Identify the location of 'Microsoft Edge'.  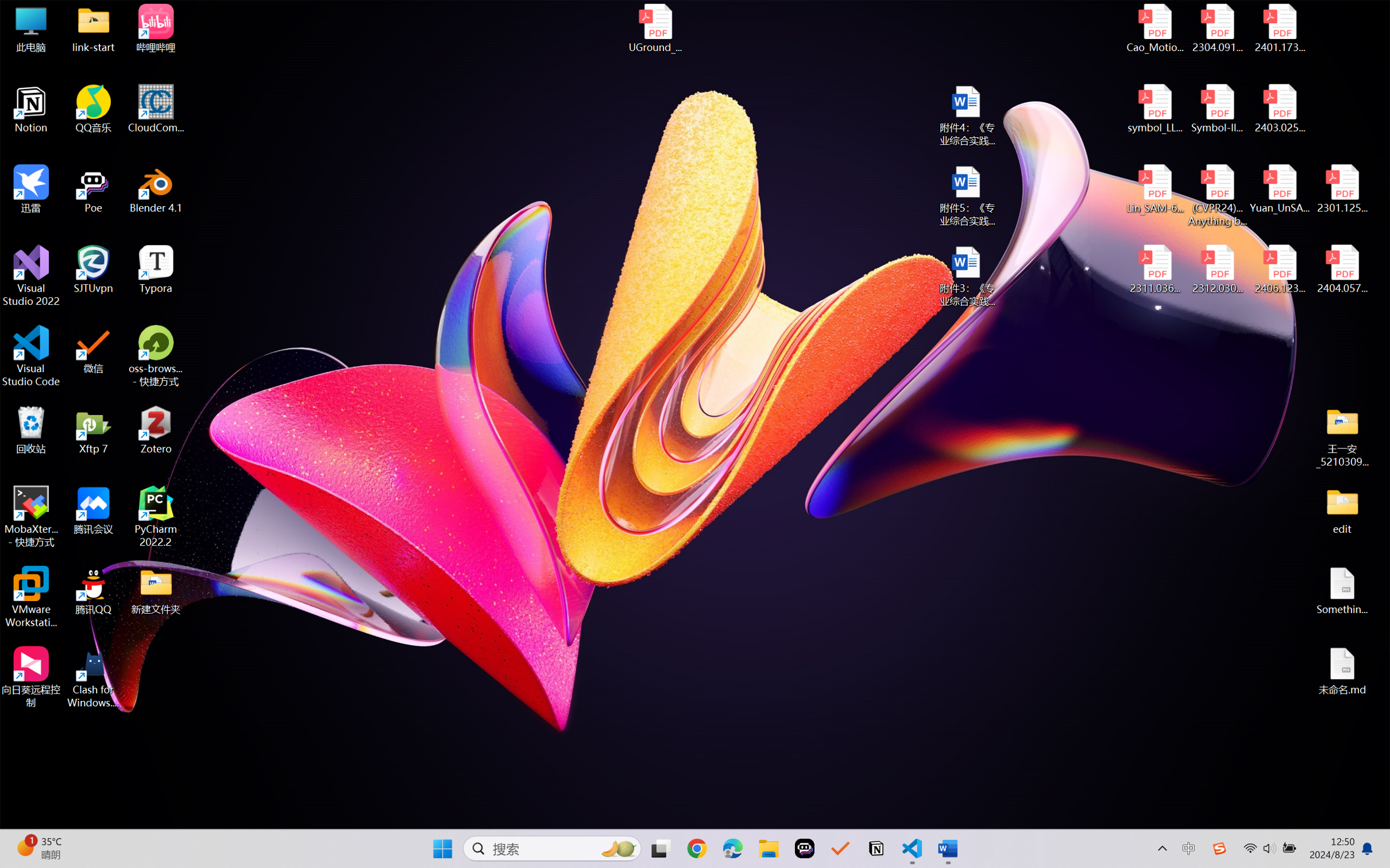
(732, 848).